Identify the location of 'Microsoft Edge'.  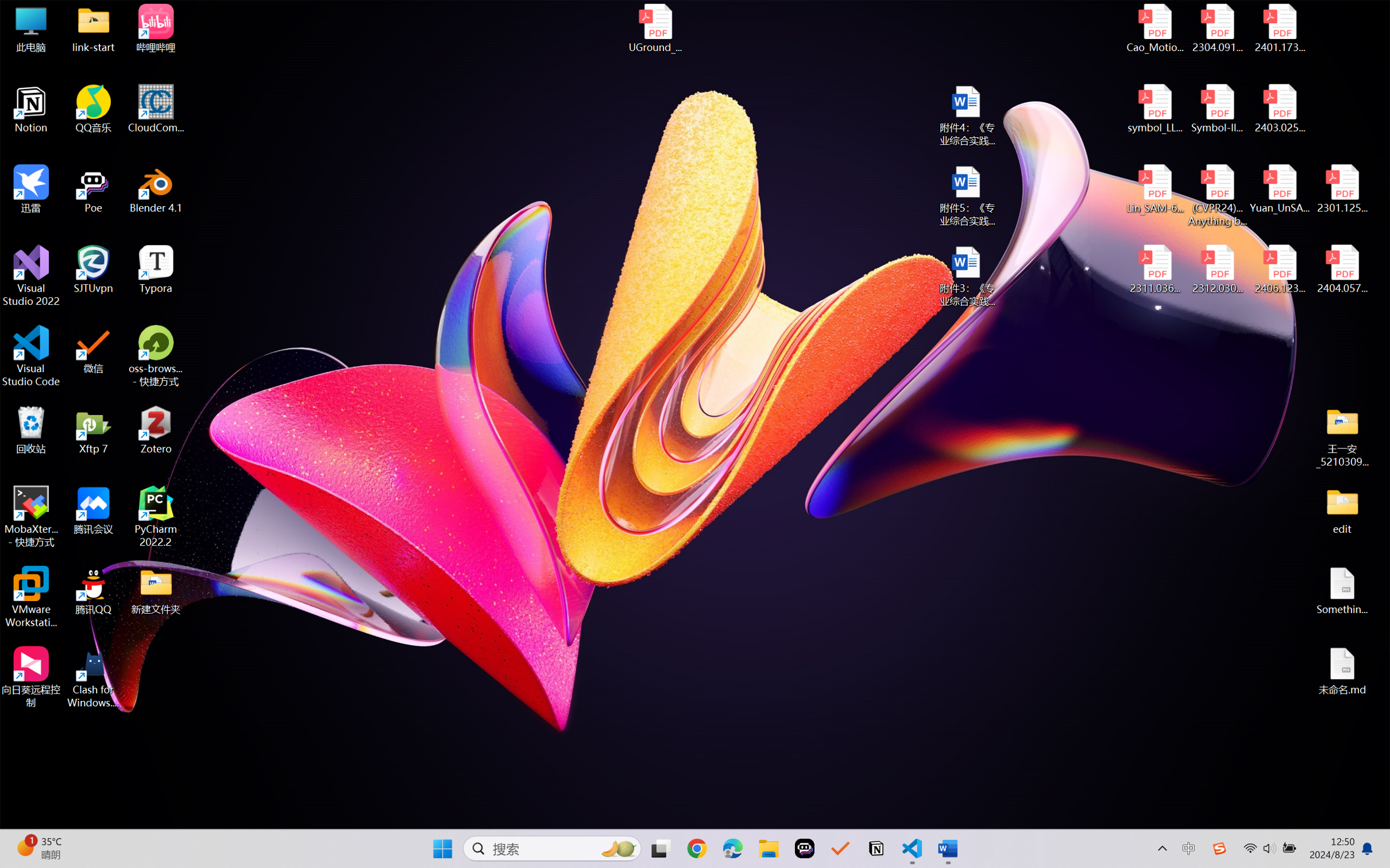
(732, 848).